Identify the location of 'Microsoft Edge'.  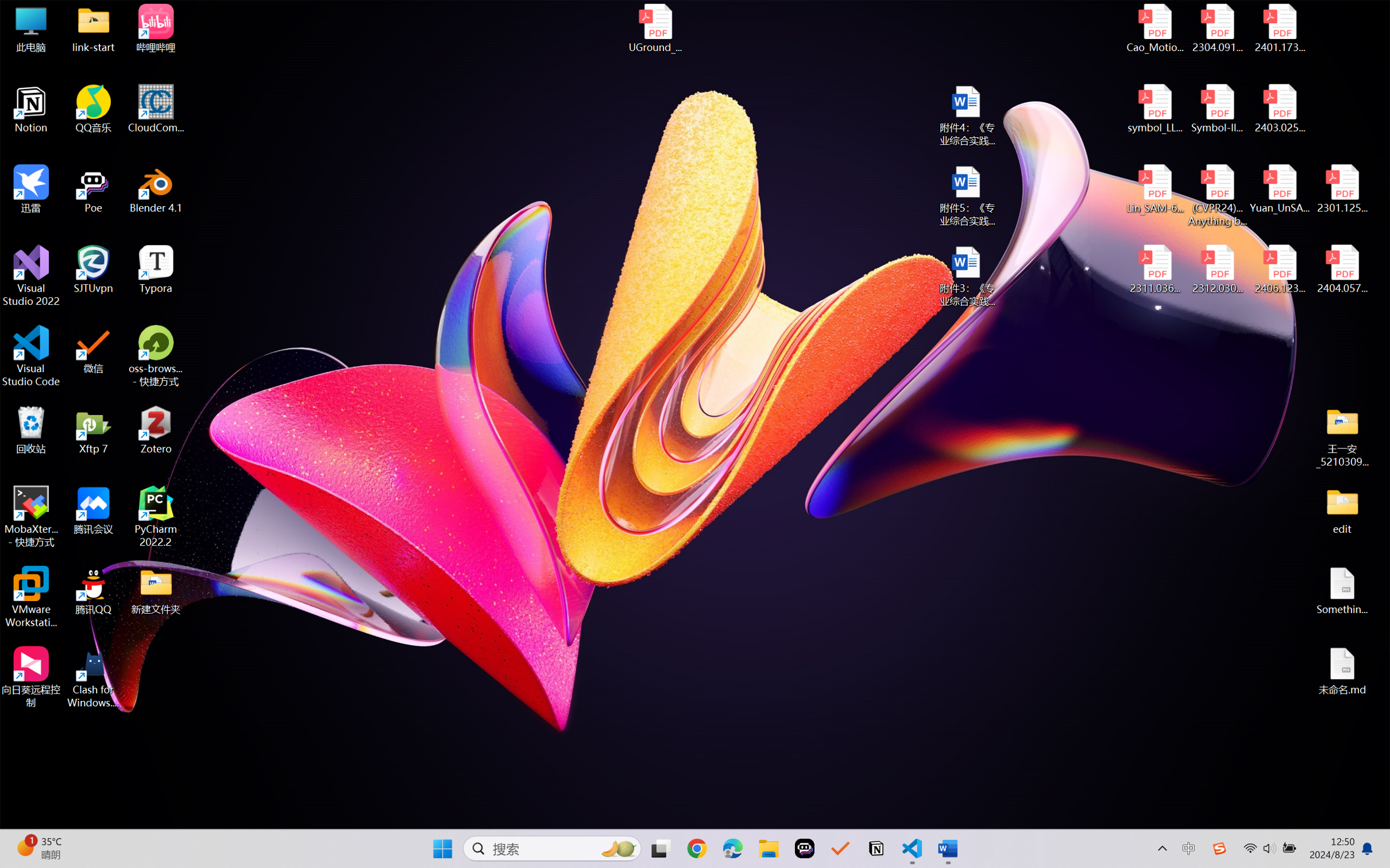
(732, 848).